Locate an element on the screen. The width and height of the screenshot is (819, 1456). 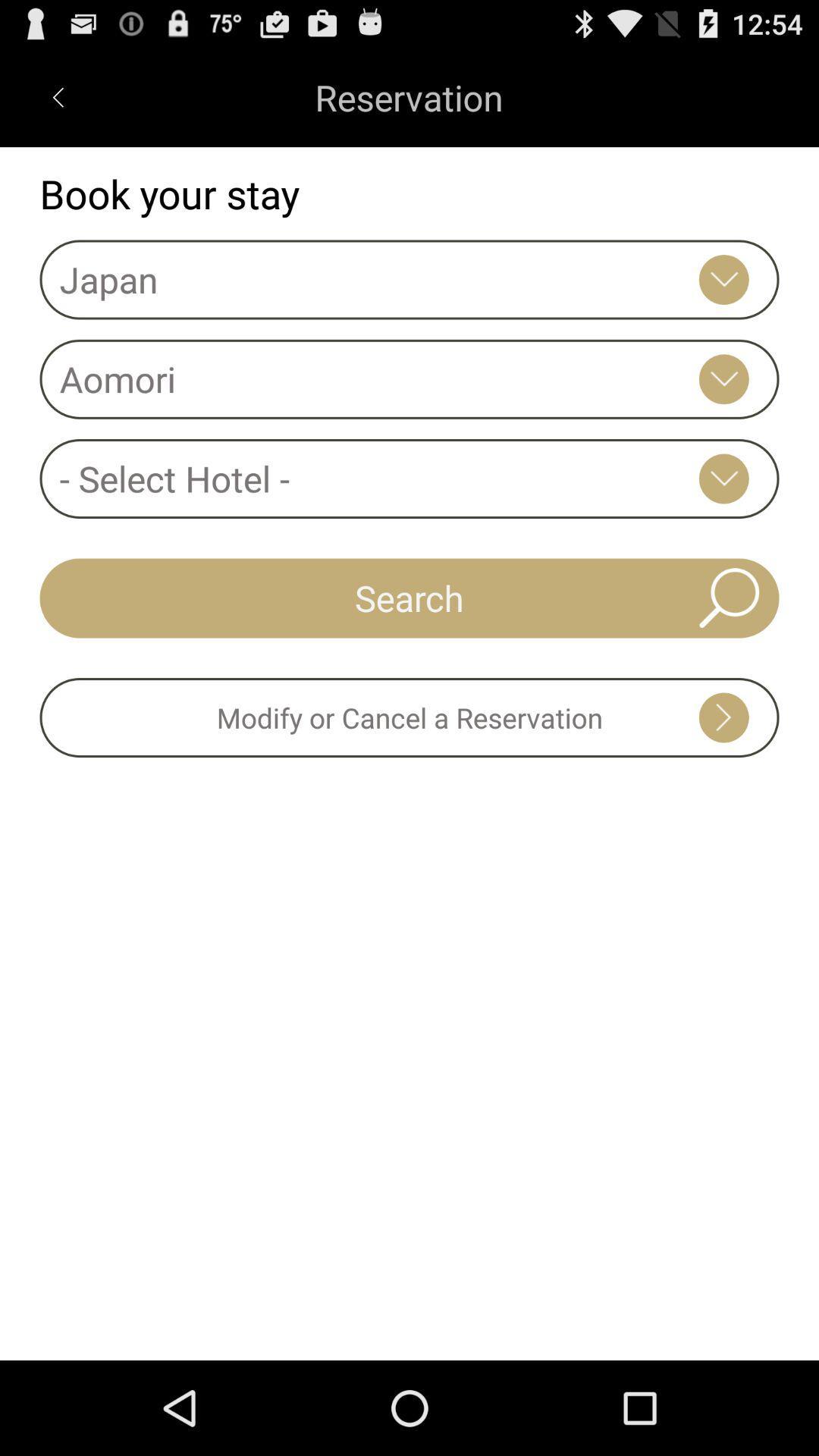
the left scroll from the top left corner is located at coordinates (58, 96).